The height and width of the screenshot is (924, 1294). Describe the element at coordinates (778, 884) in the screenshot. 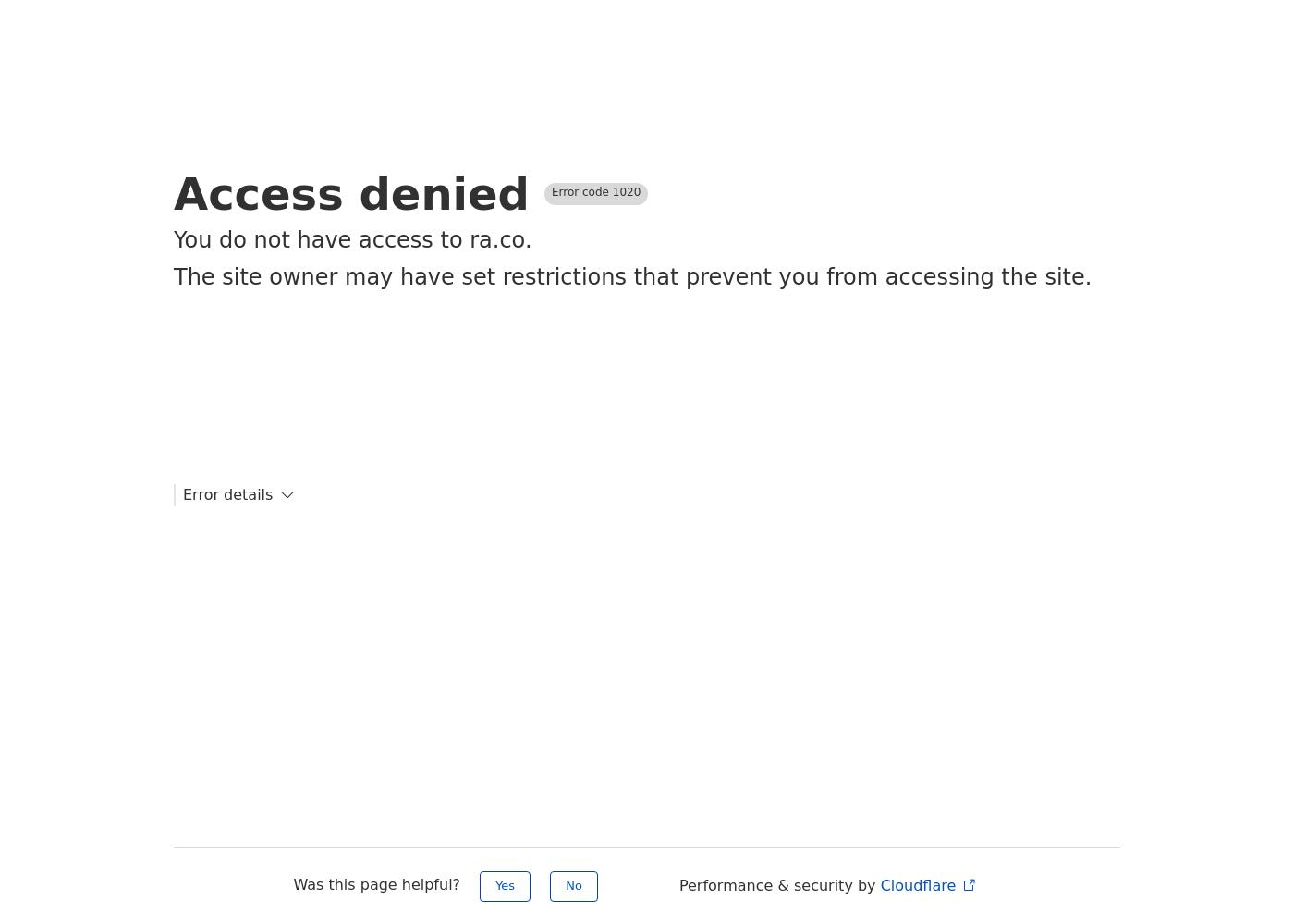

I see `'Performance & security by'` at that location.